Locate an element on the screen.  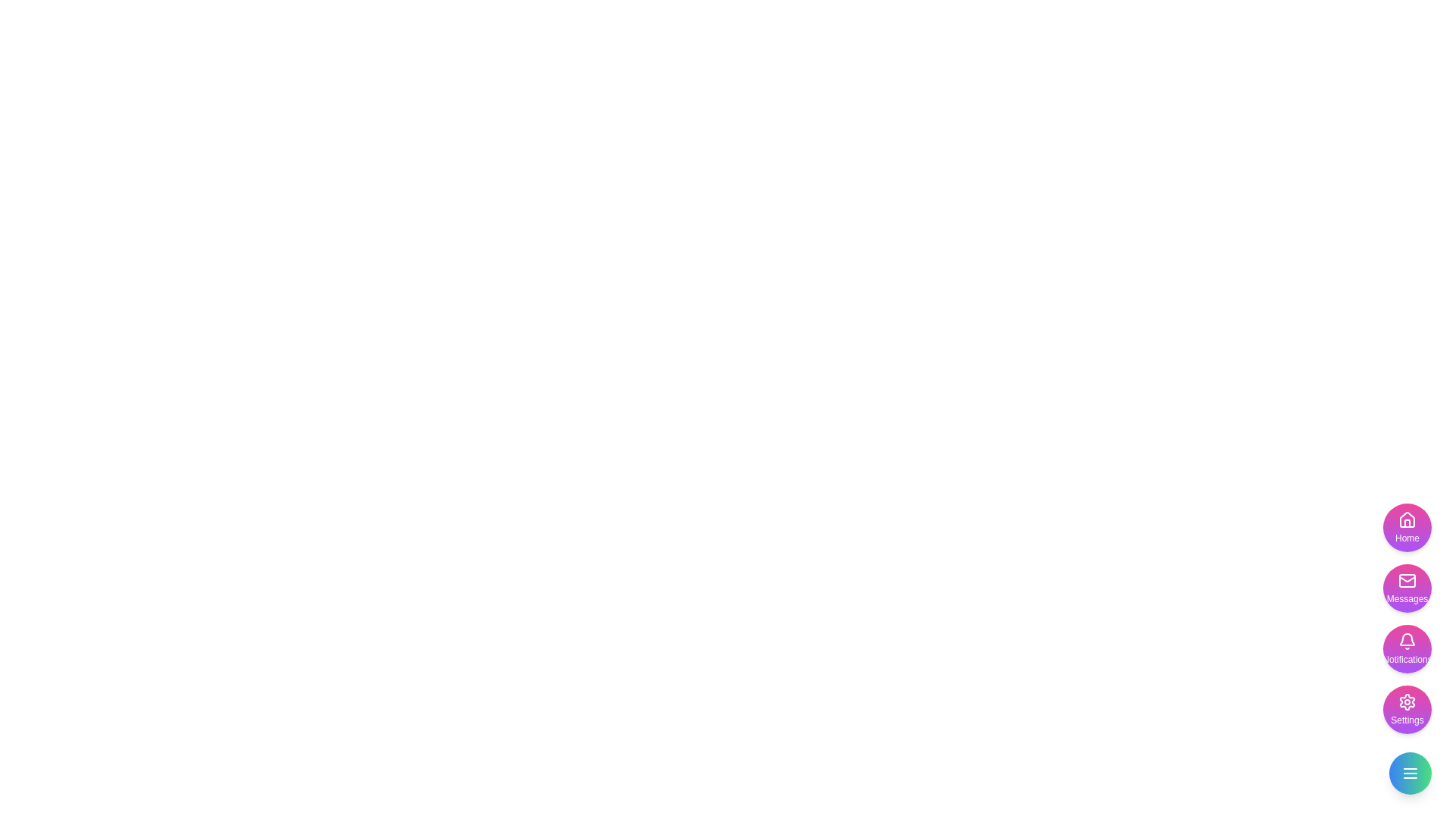
the circular 'Settings' button with a gradient background and a cogwheel icon at its center, located at the bottom-right corner of the interface is located at coordinates (1407, 710).